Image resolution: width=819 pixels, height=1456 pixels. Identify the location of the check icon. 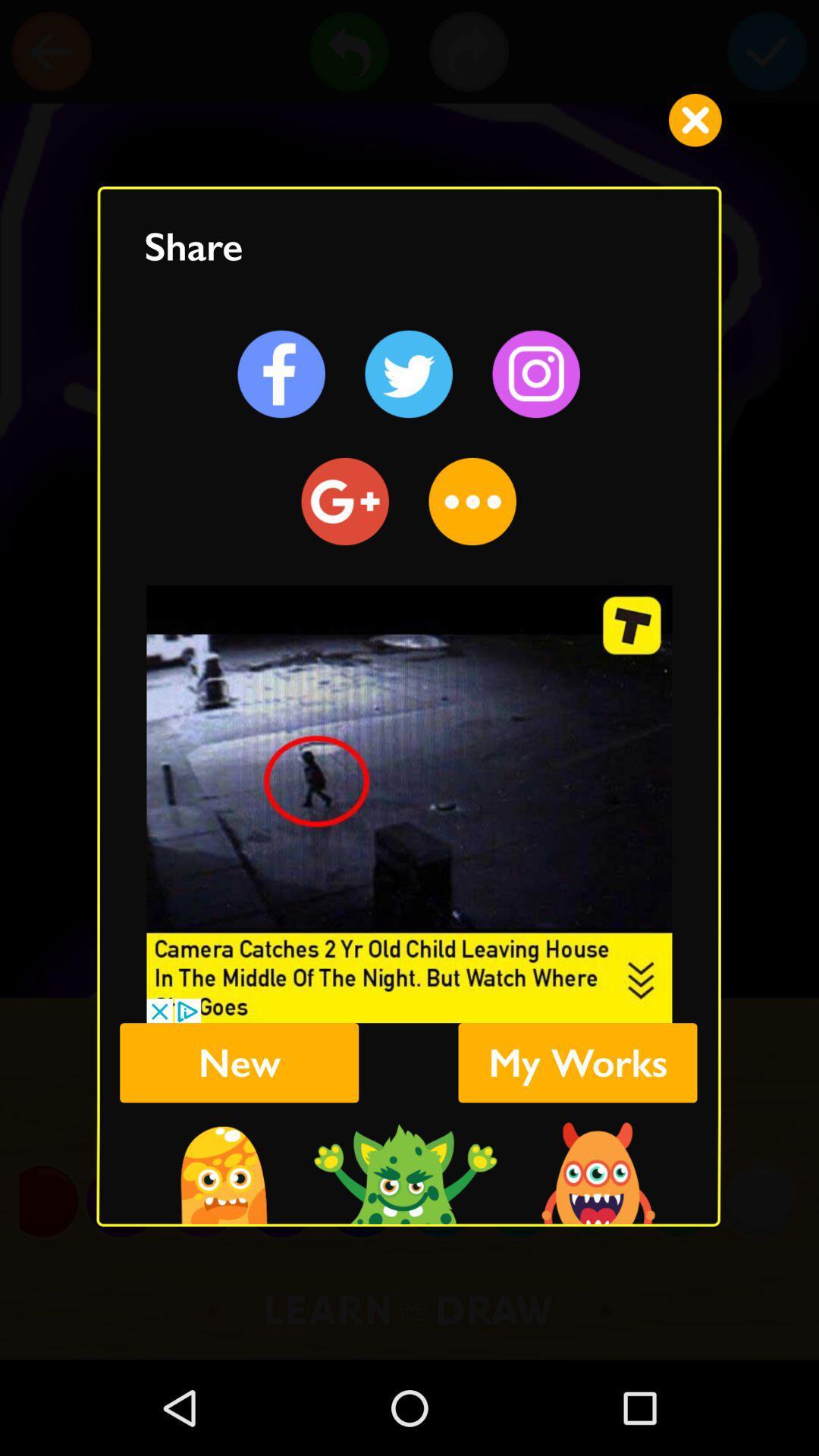
(767, 52).